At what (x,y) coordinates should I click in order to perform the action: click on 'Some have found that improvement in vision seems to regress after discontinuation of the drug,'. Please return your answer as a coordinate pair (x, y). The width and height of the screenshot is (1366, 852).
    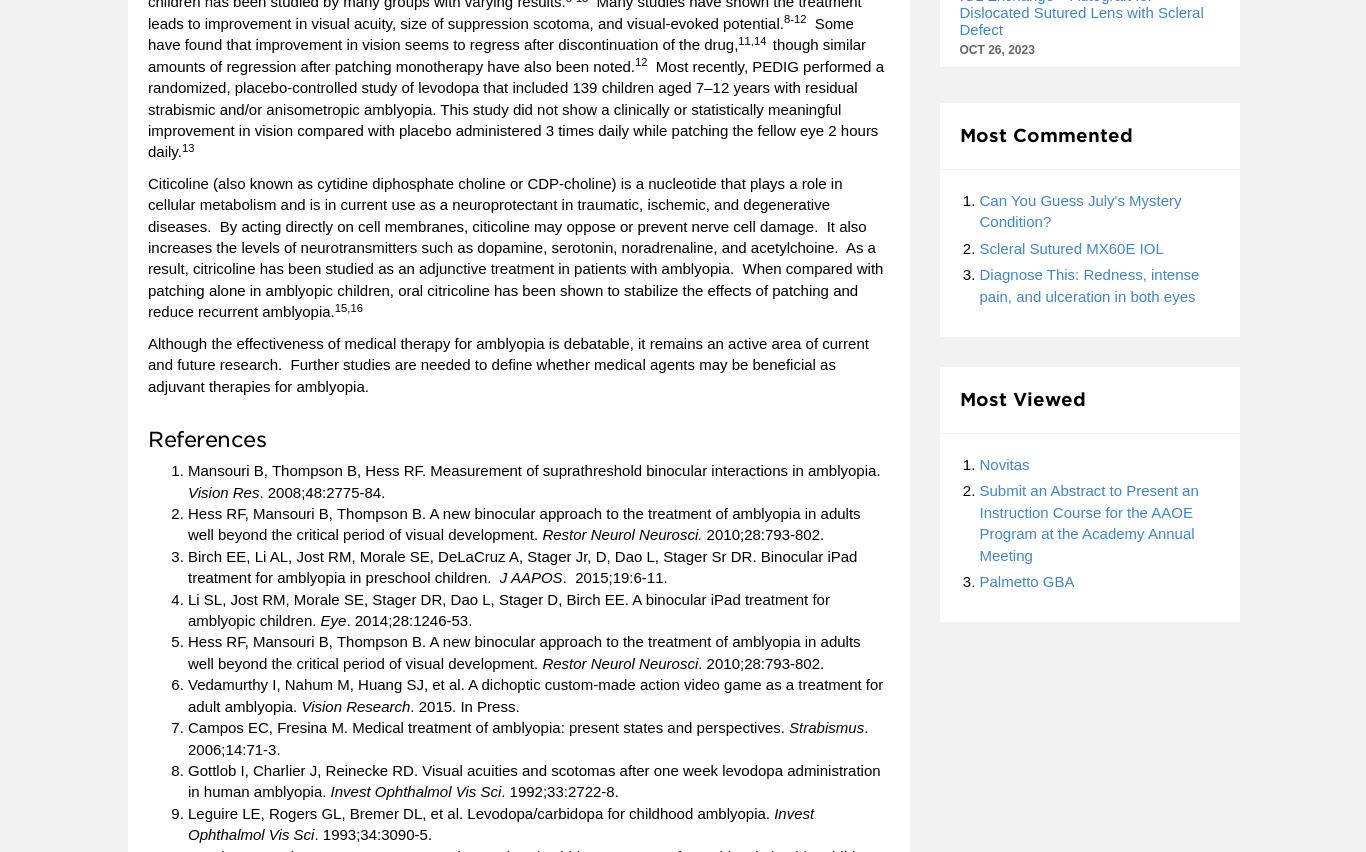
    Looking at the image, I should click on (146, 32).